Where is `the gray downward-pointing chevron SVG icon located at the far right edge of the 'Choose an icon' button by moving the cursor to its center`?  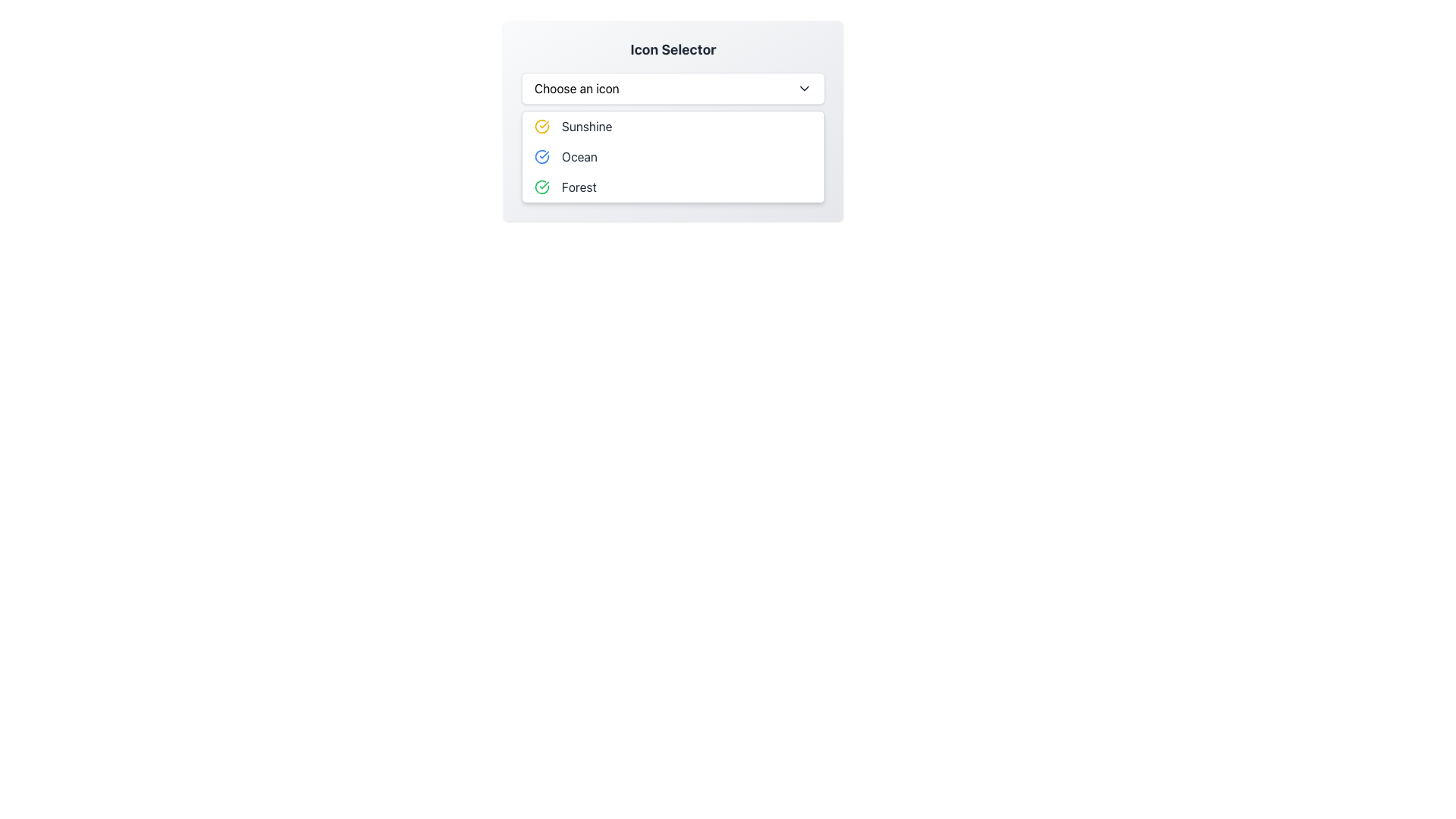 the gray downward-pointing chevron SVG icon located at the far right edge of the 'Choose an icon' button by moving the cursor to its center is located at coordinates (803, 88).